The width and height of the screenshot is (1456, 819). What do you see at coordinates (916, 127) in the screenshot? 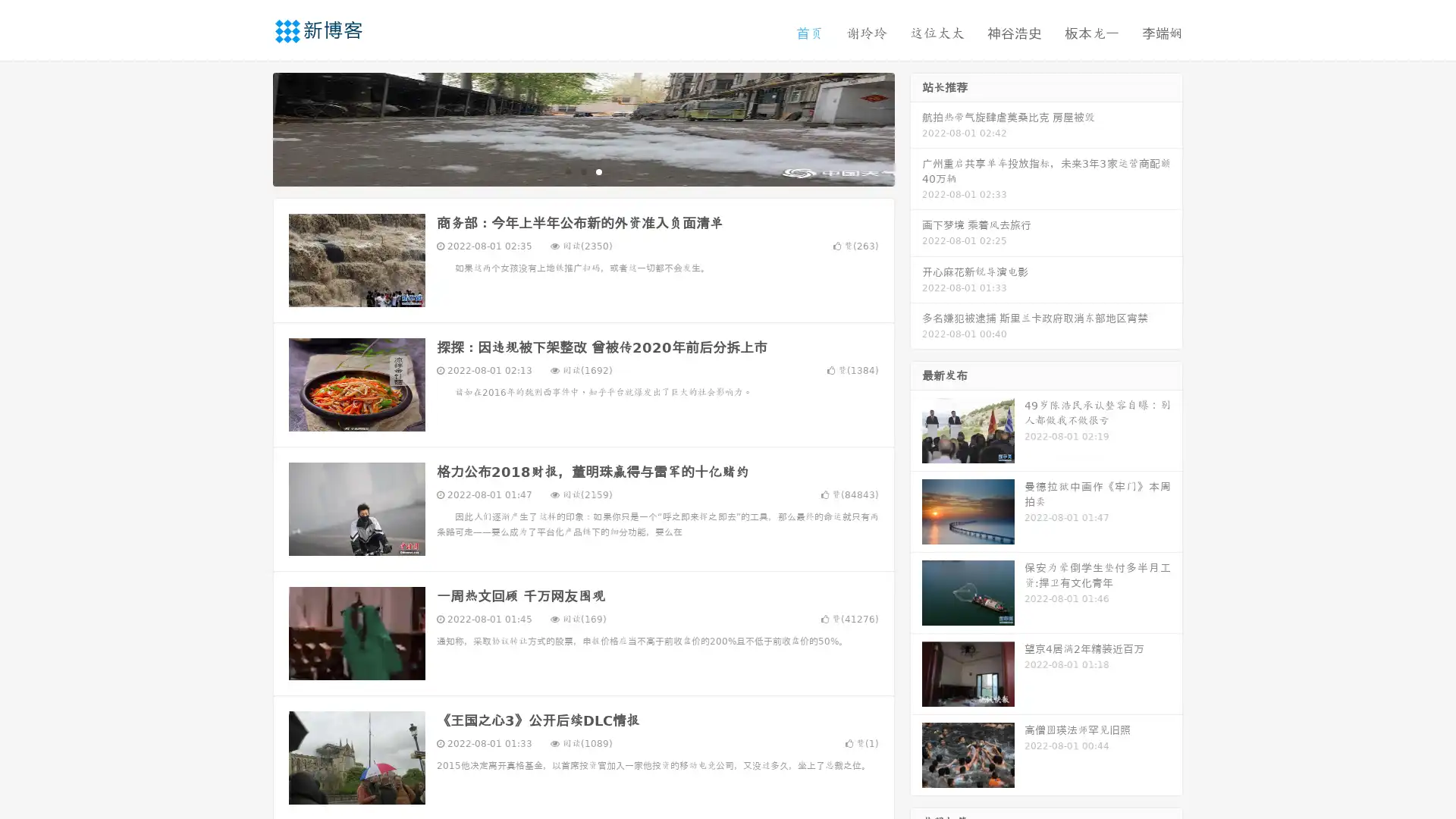
I see `Next slide` at bounding box center [916, 127].